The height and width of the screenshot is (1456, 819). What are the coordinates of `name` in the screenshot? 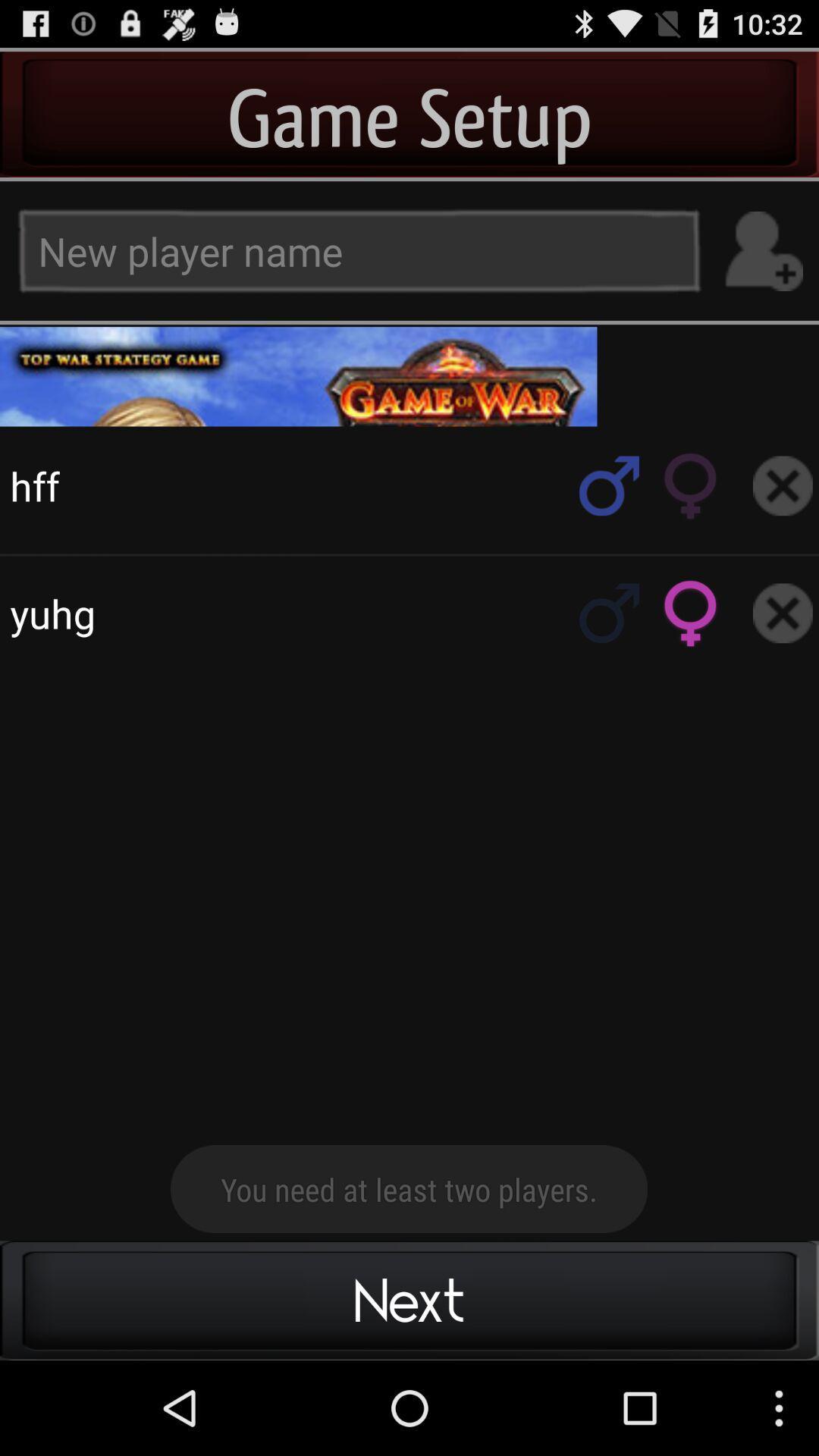 It's located at (763, 251).